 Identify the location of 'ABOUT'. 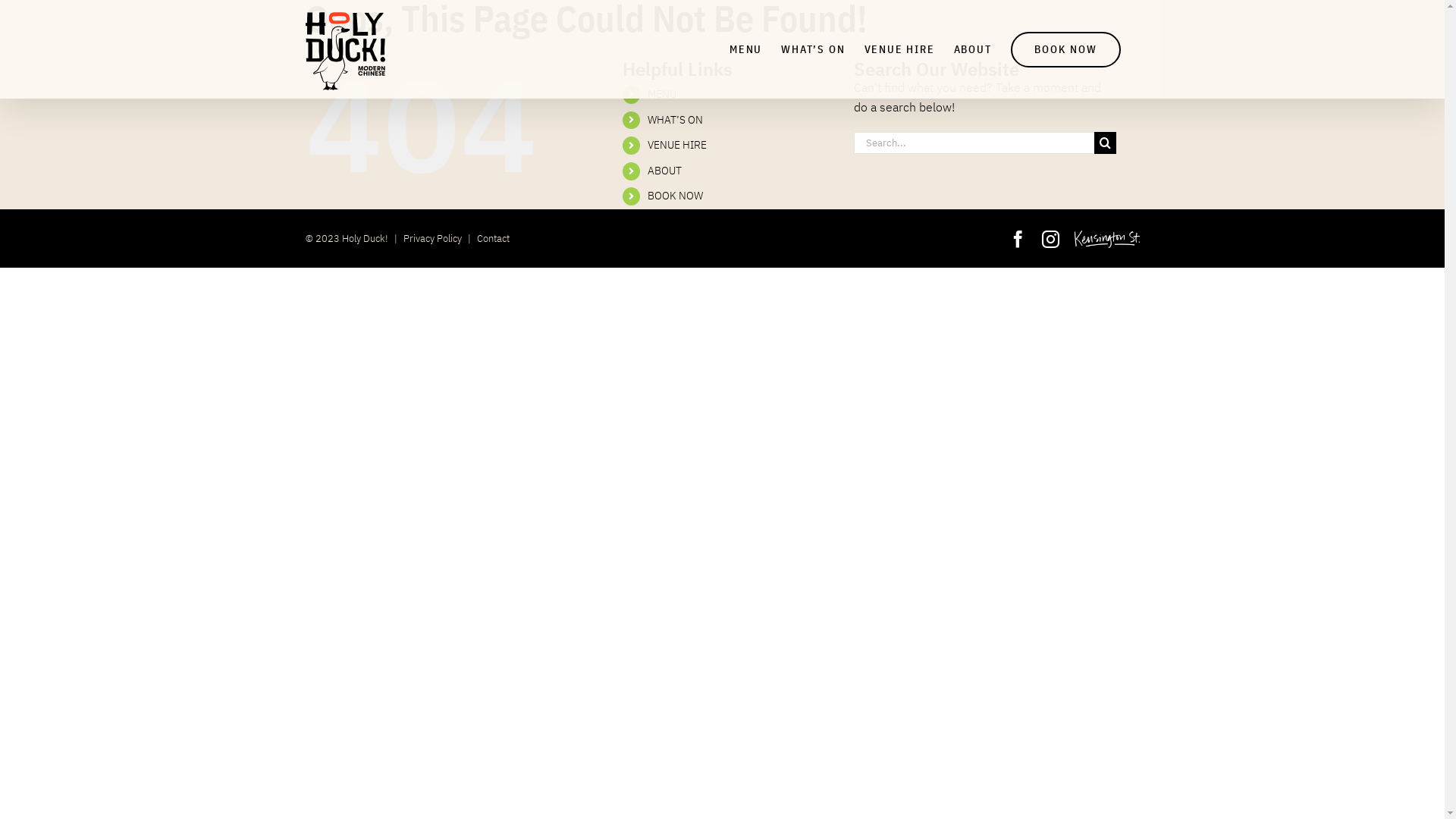
(972, 49).